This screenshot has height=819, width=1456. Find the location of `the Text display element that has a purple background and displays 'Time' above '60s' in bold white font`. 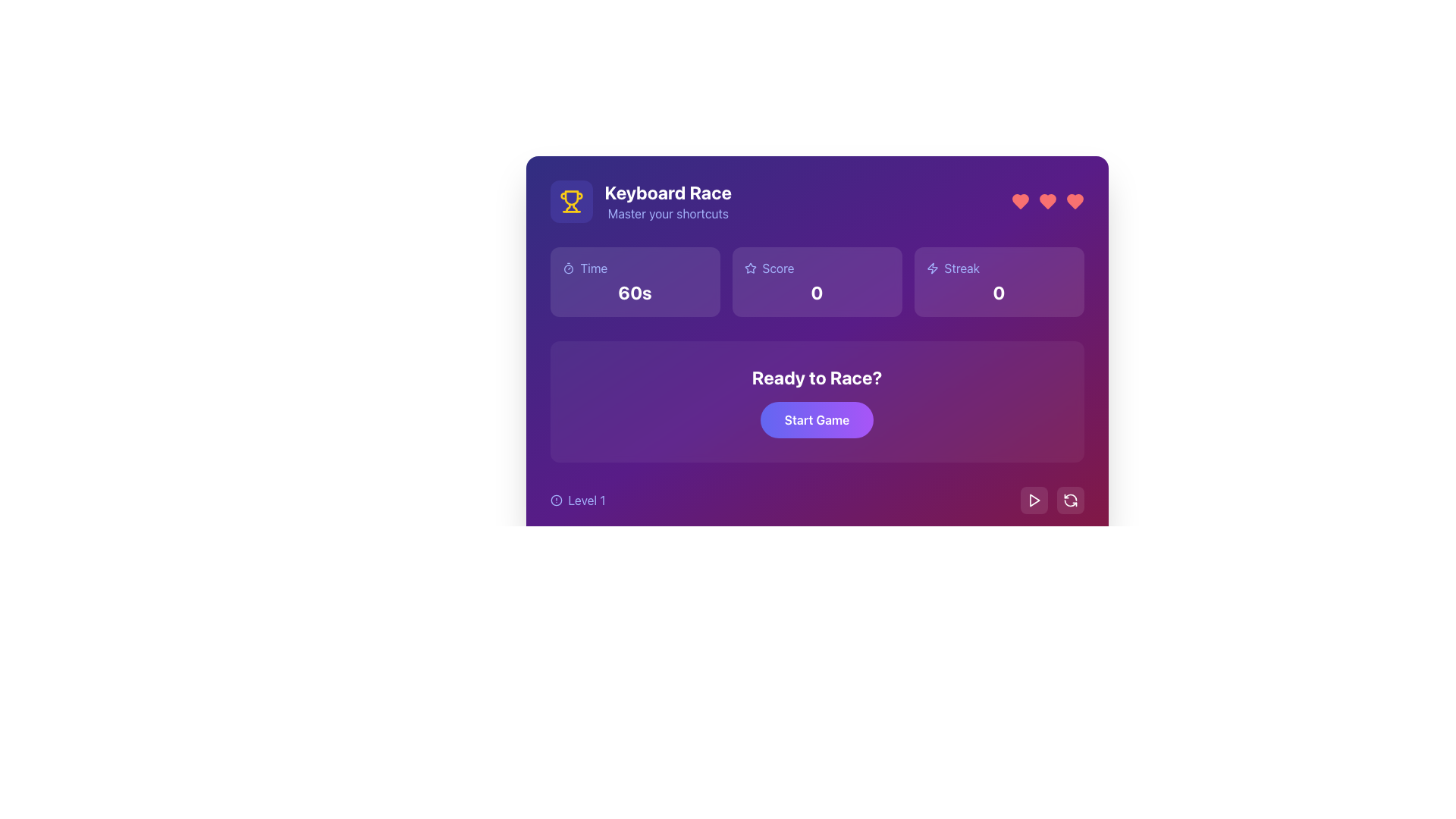

the Text display element that has a purple background and displays 'Time' above '60s' in bold white font is located at coordinates (635, 281).